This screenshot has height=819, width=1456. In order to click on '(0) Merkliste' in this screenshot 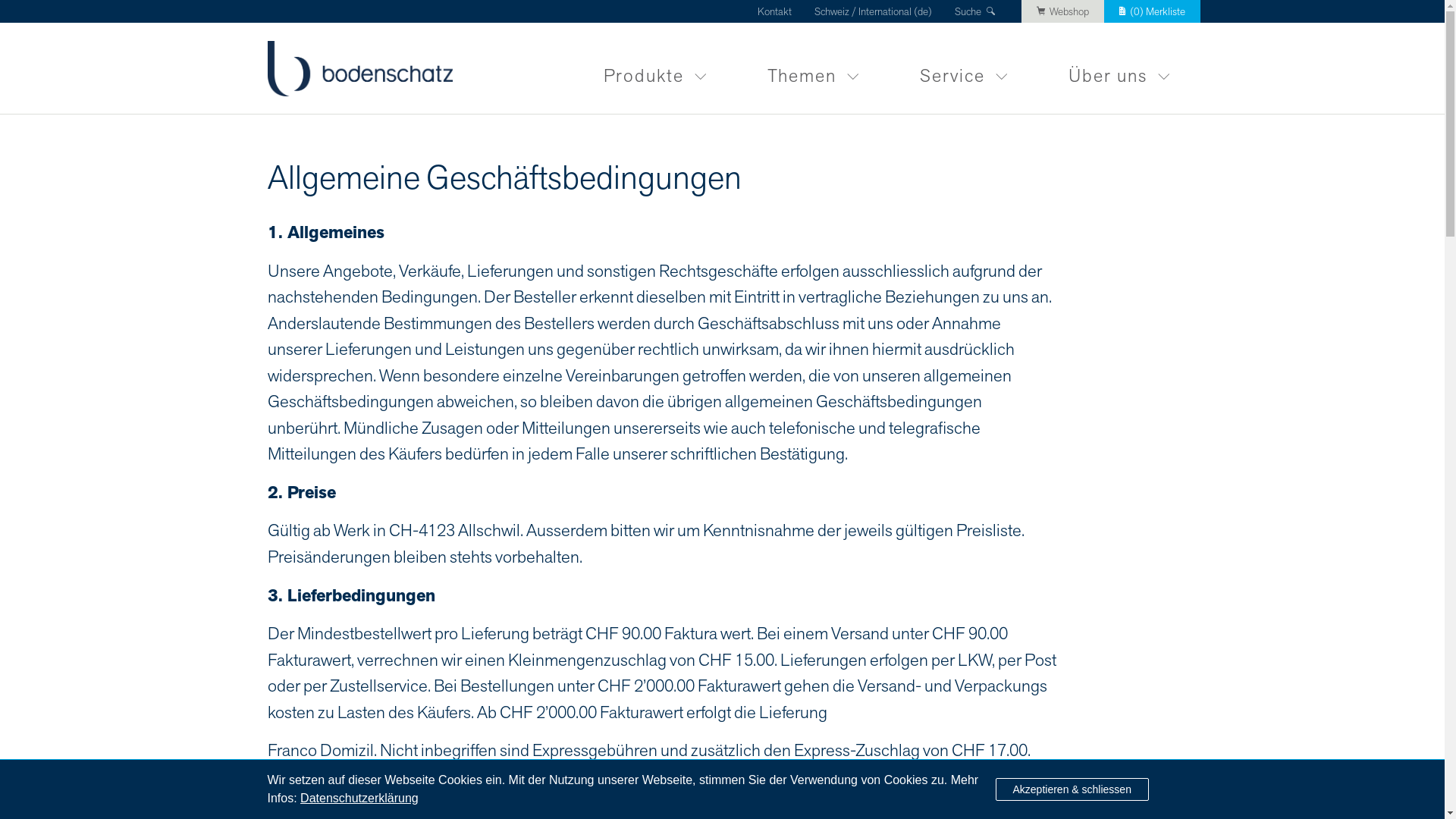, I will do `click(1152, 11)`.